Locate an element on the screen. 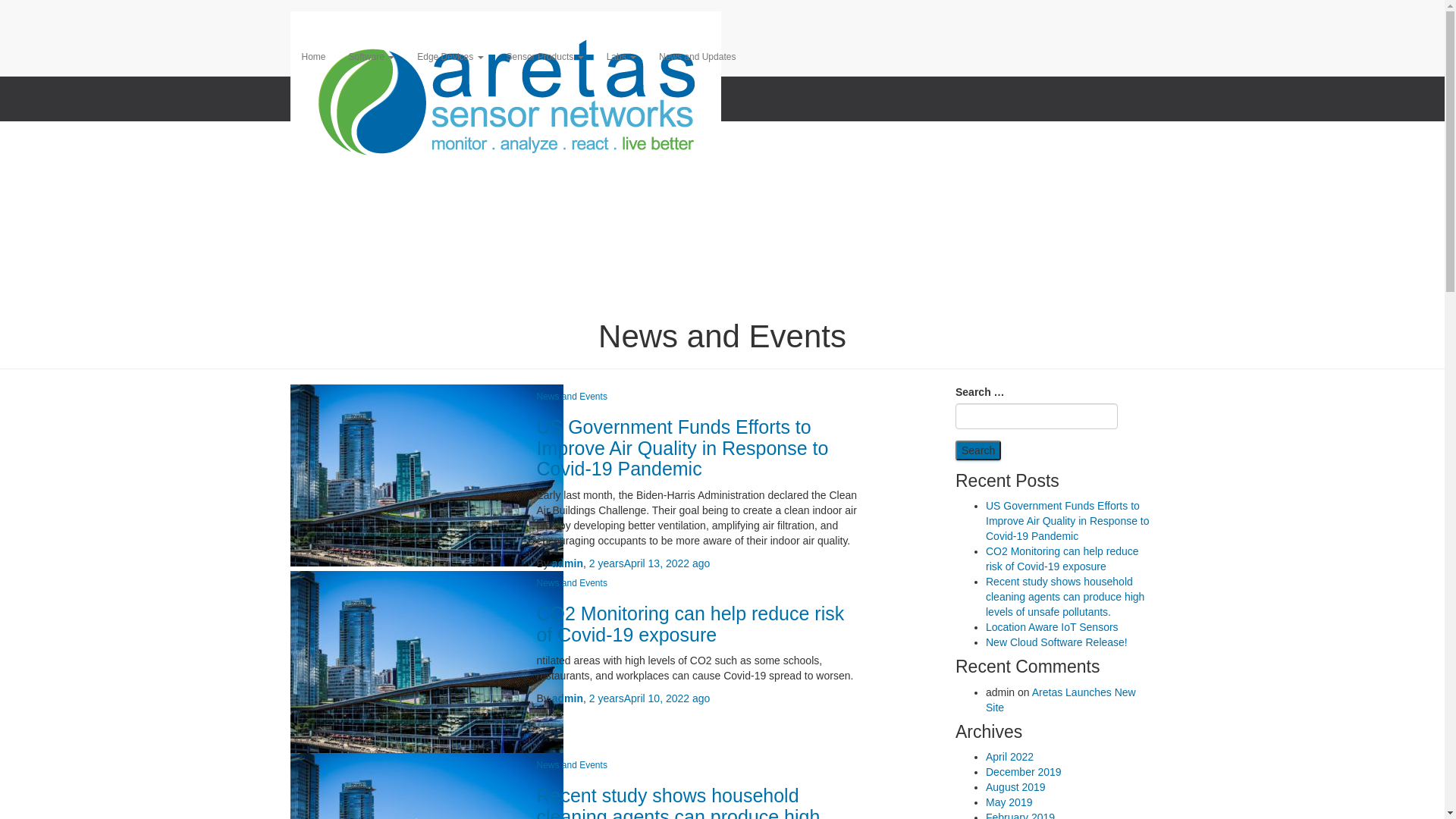 Image resolution: width=1456 pixels, height=819 pixels. 'May 2019' is located at coordinates (1009, 801).